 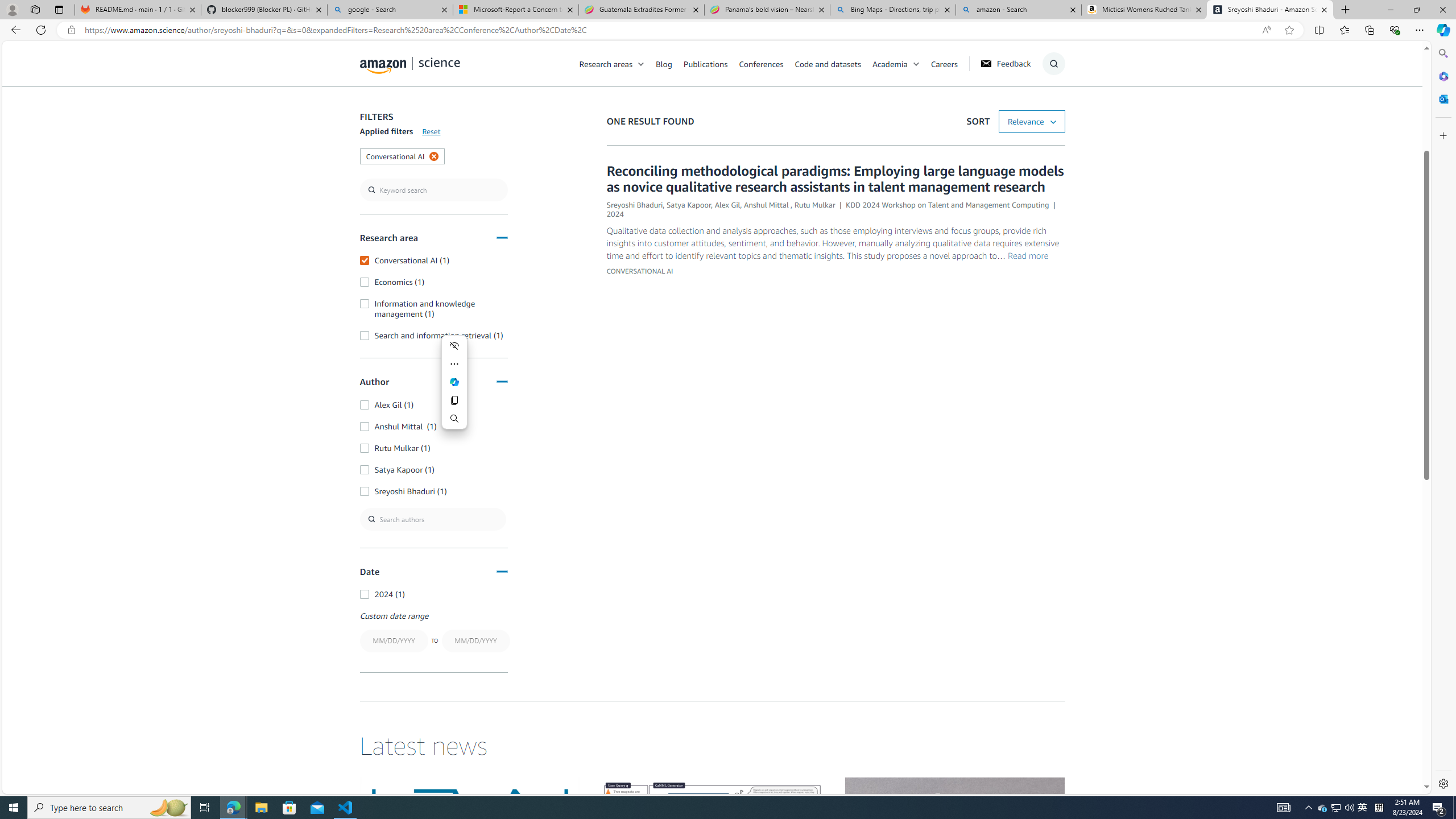 What do you see at coordinates (1345, 29) in the screenshot?
I see `'Favorites'` at bounding box center [1345, 29].